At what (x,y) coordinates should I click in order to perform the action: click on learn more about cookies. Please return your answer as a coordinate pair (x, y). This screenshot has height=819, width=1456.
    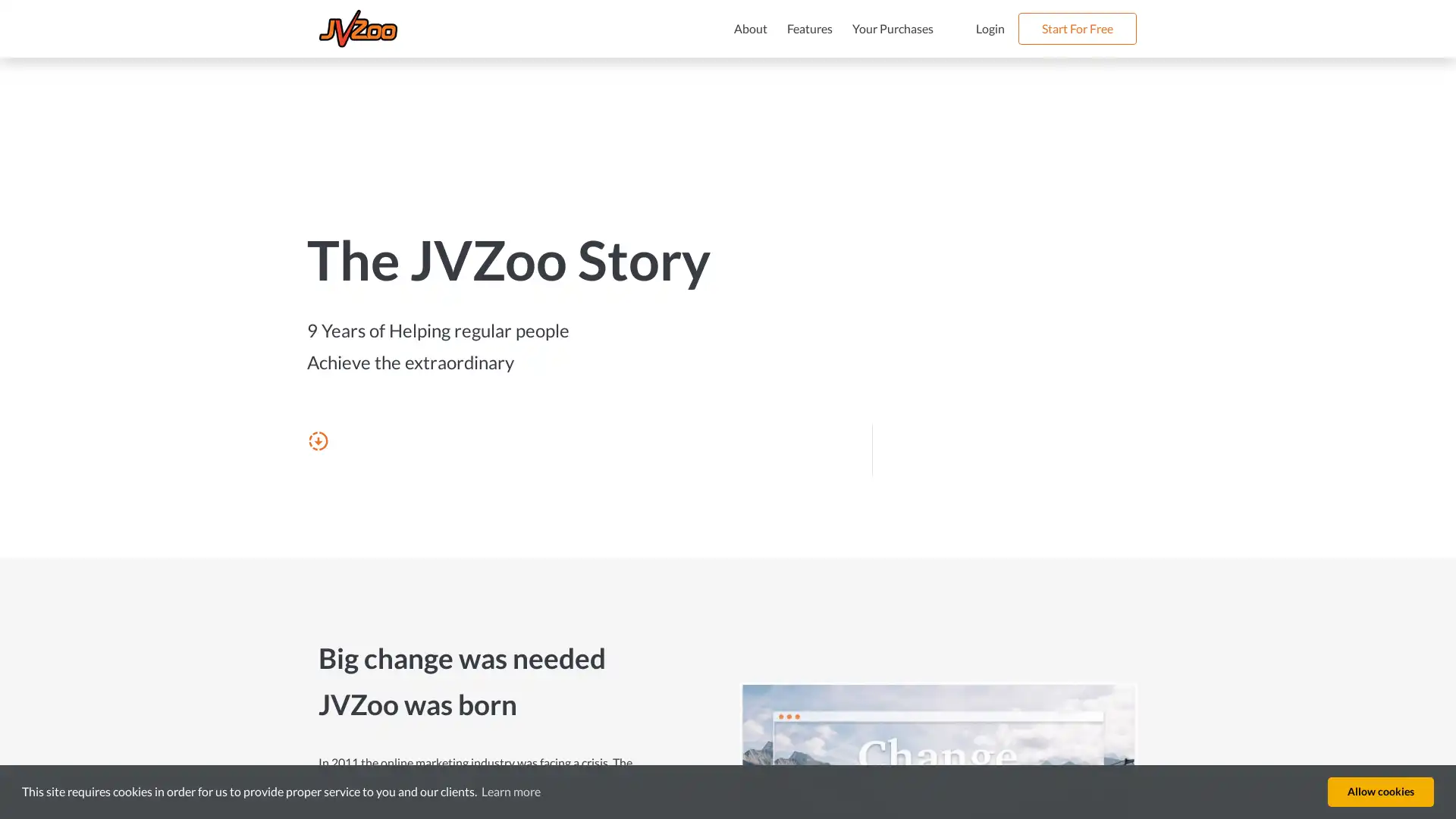
    Looking at the image, I should click on (510, 791).